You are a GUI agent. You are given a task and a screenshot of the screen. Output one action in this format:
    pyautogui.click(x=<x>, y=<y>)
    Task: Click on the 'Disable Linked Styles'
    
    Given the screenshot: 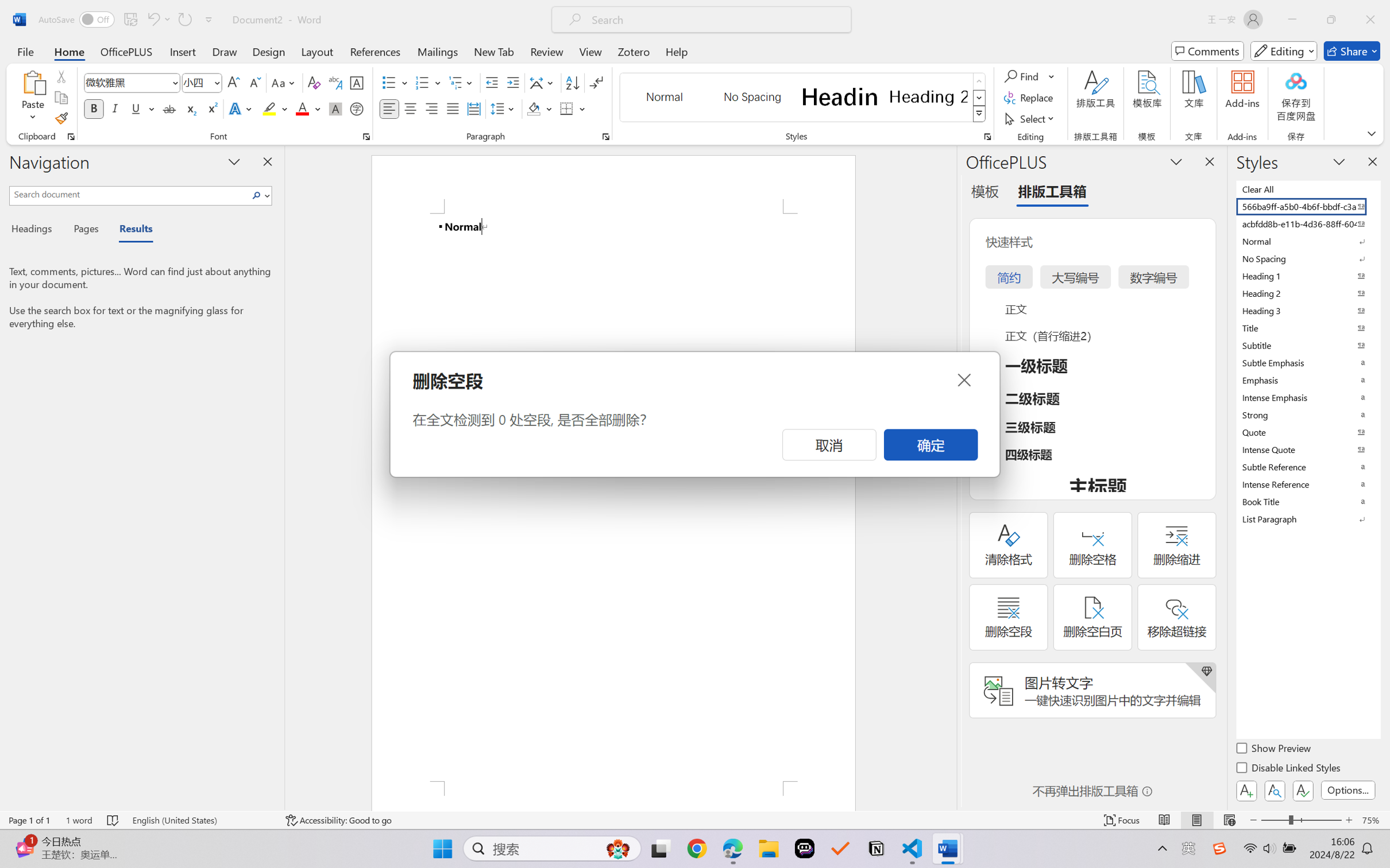 What is the action you would take?
    pyautogui.click(x=1288, y=769)
    